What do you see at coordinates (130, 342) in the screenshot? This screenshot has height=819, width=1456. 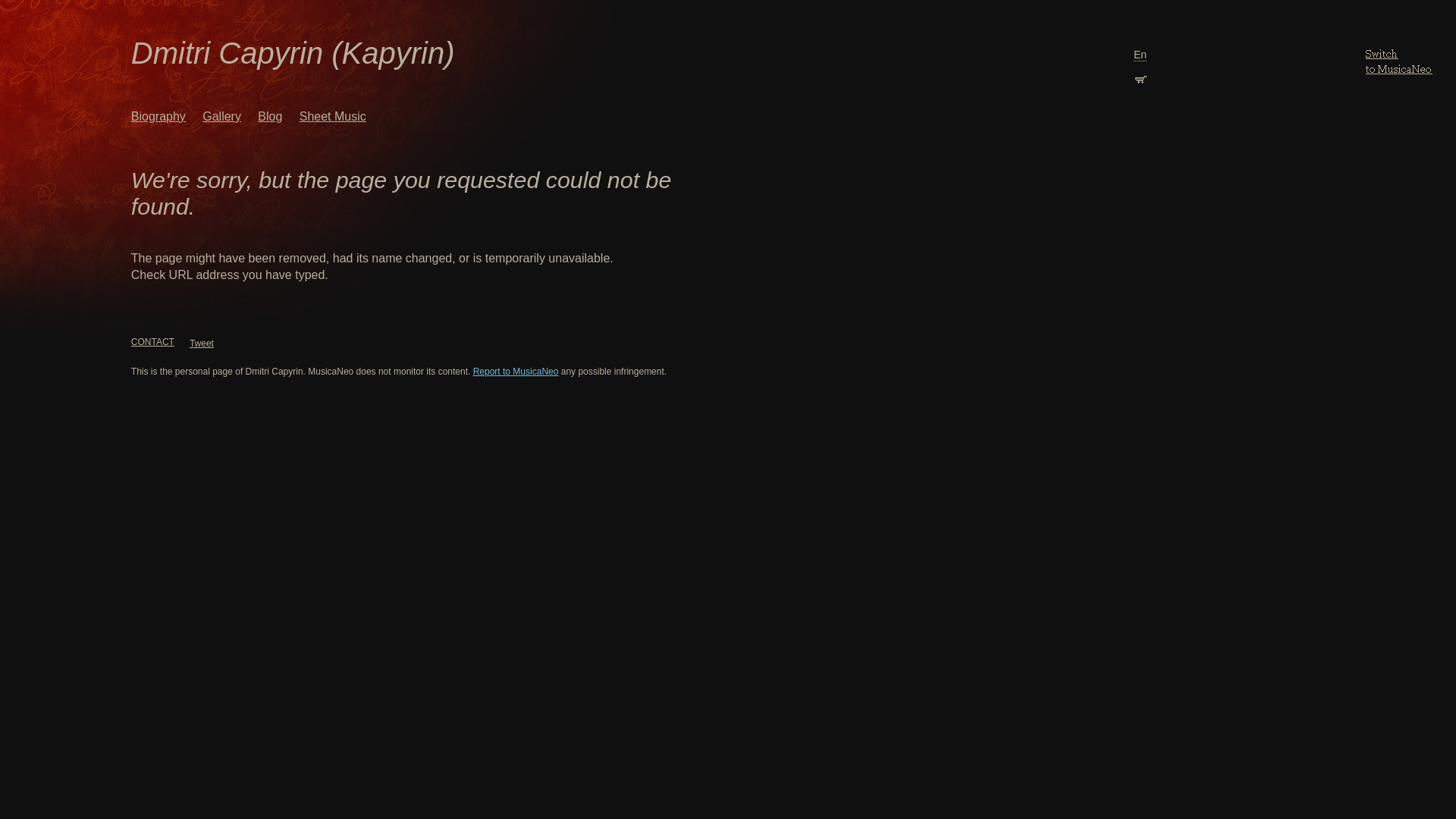 I see `'CONTACT'` at bounding box center [130, 342].